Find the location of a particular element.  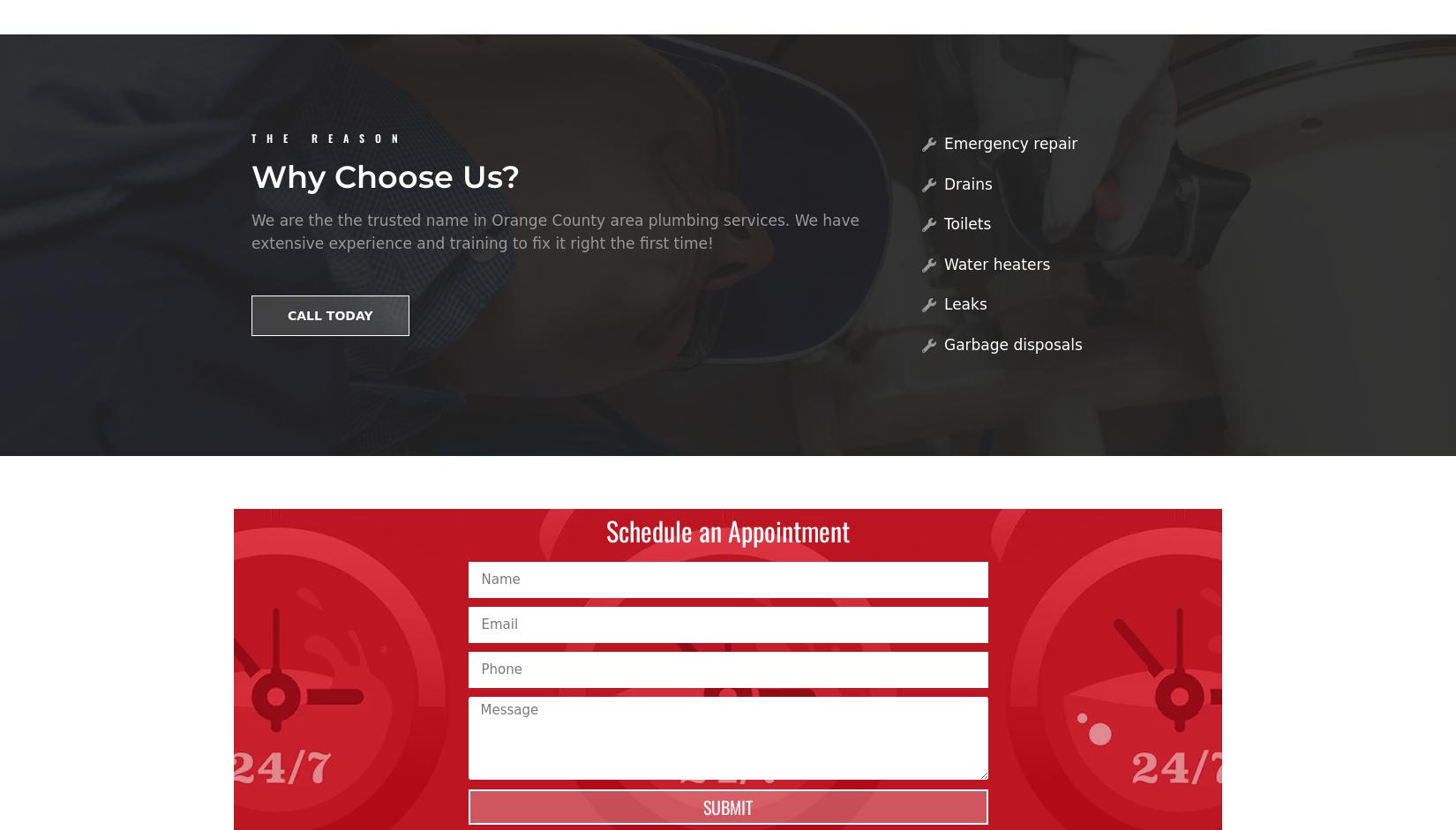

'Drains' is located at coordinates (967, 183).